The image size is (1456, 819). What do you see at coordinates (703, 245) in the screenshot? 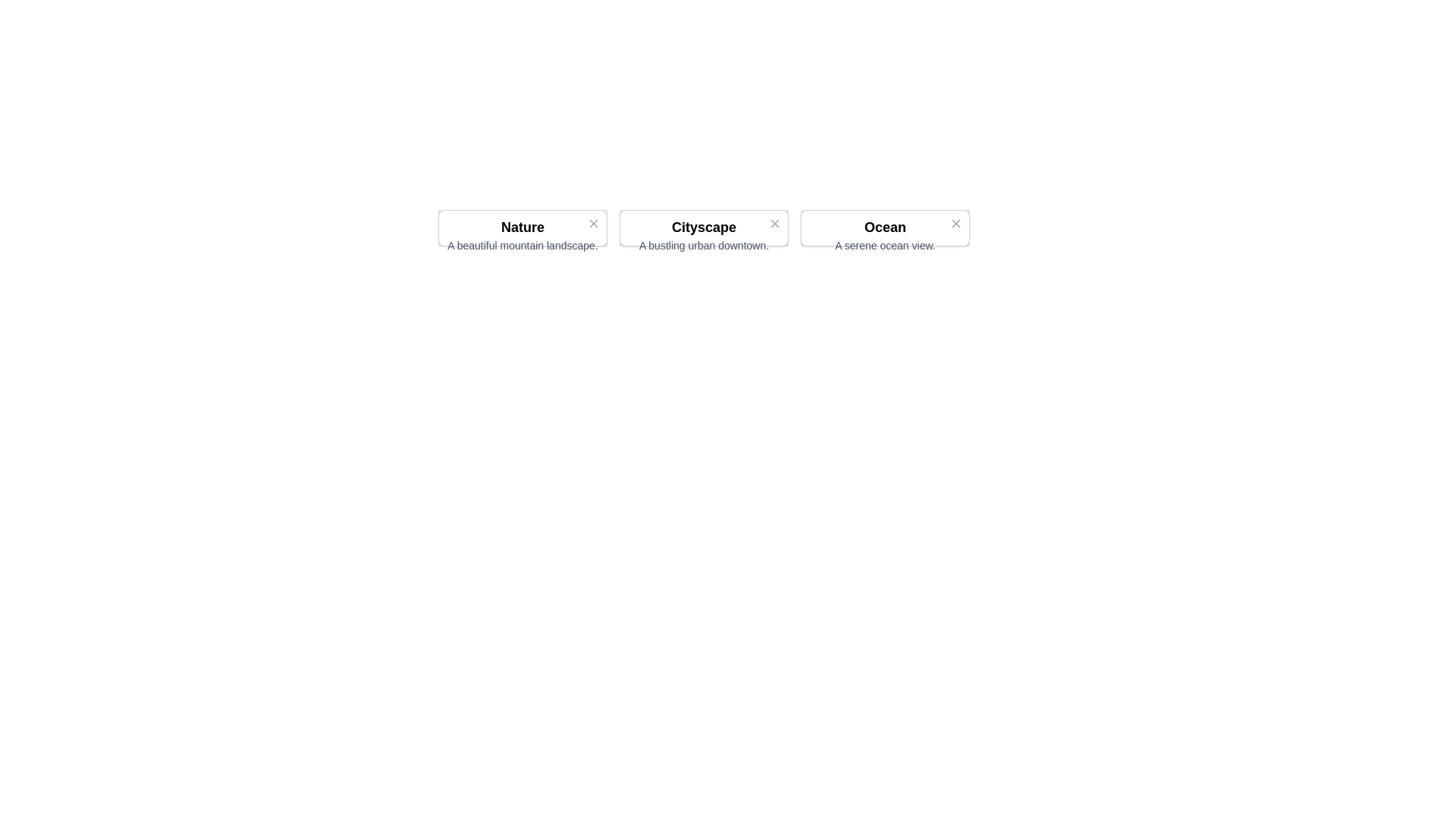
I see `the text label that says 'A bustling urban downtown', located beneath the 'Cityscape' label in the card-like UI element` at bounding box center [703, 245].